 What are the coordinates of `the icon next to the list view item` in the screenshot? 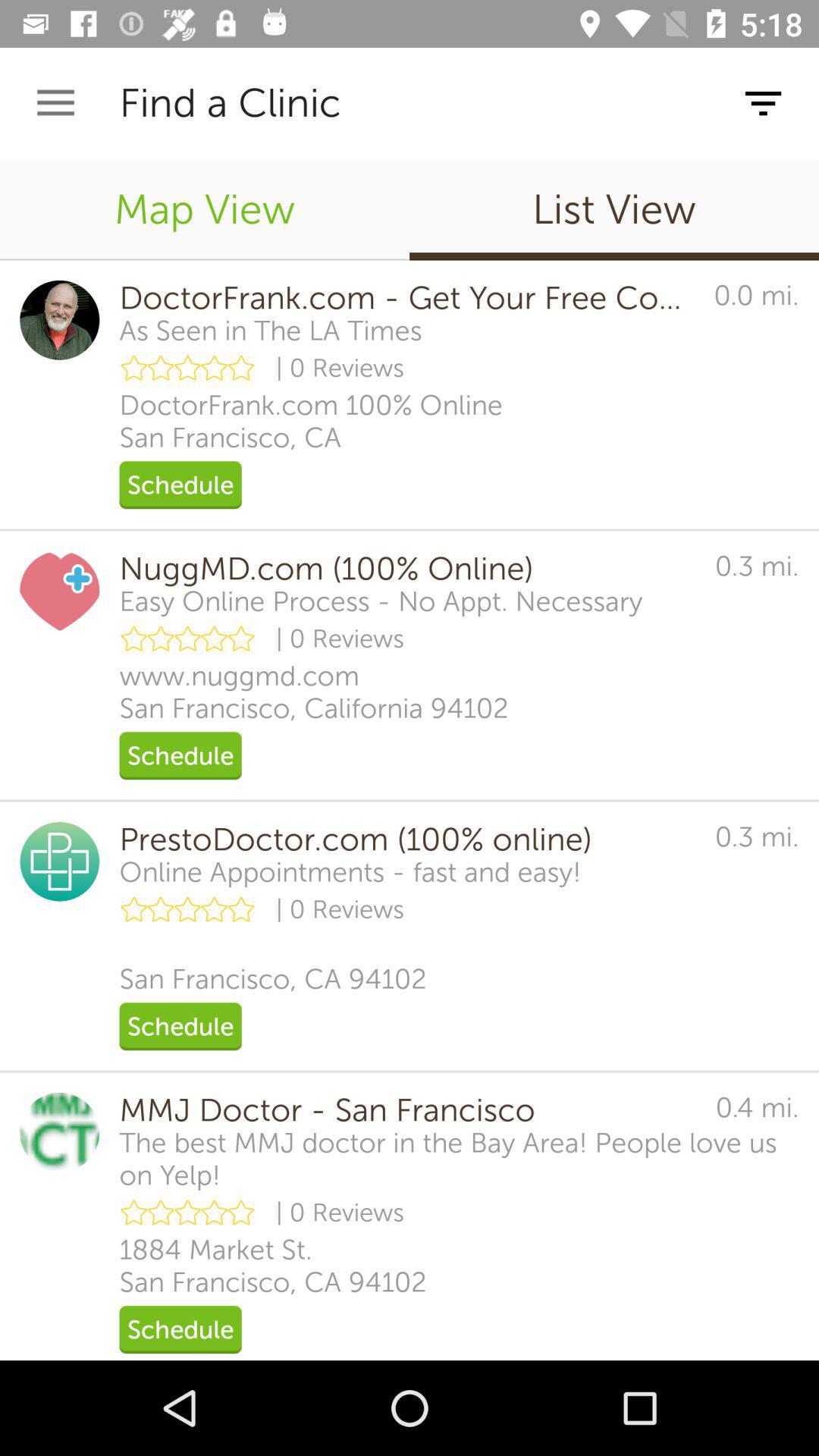 It's located at (205, 209).